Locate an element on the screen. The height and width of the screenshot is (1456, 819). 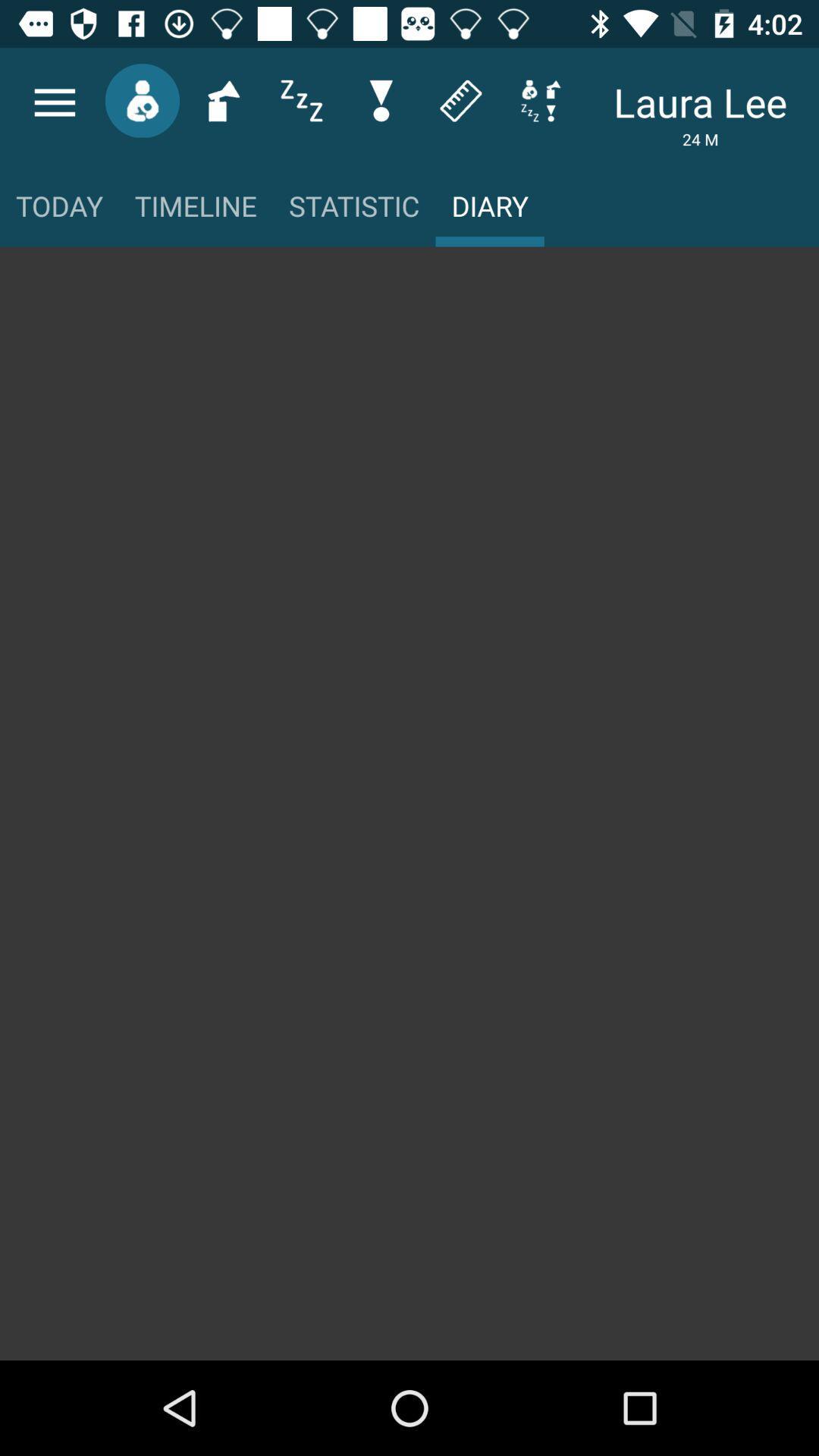
the label icon is located at coordinates (460, 99).